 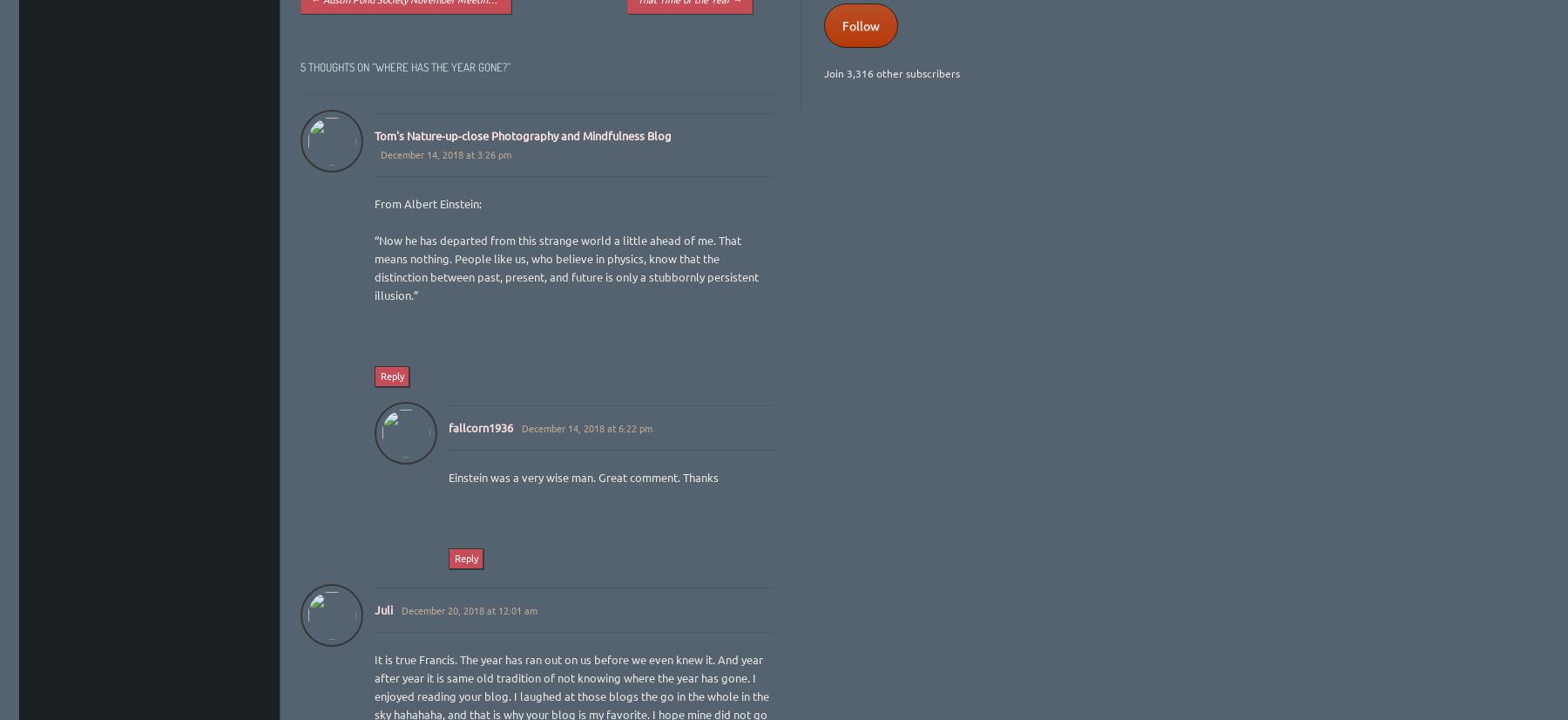 What do you see at coordinates (444, 153) in the screenshot?
I see `'December 14, 2018 at 3:26 pm'` at bounding box center [444, 153].